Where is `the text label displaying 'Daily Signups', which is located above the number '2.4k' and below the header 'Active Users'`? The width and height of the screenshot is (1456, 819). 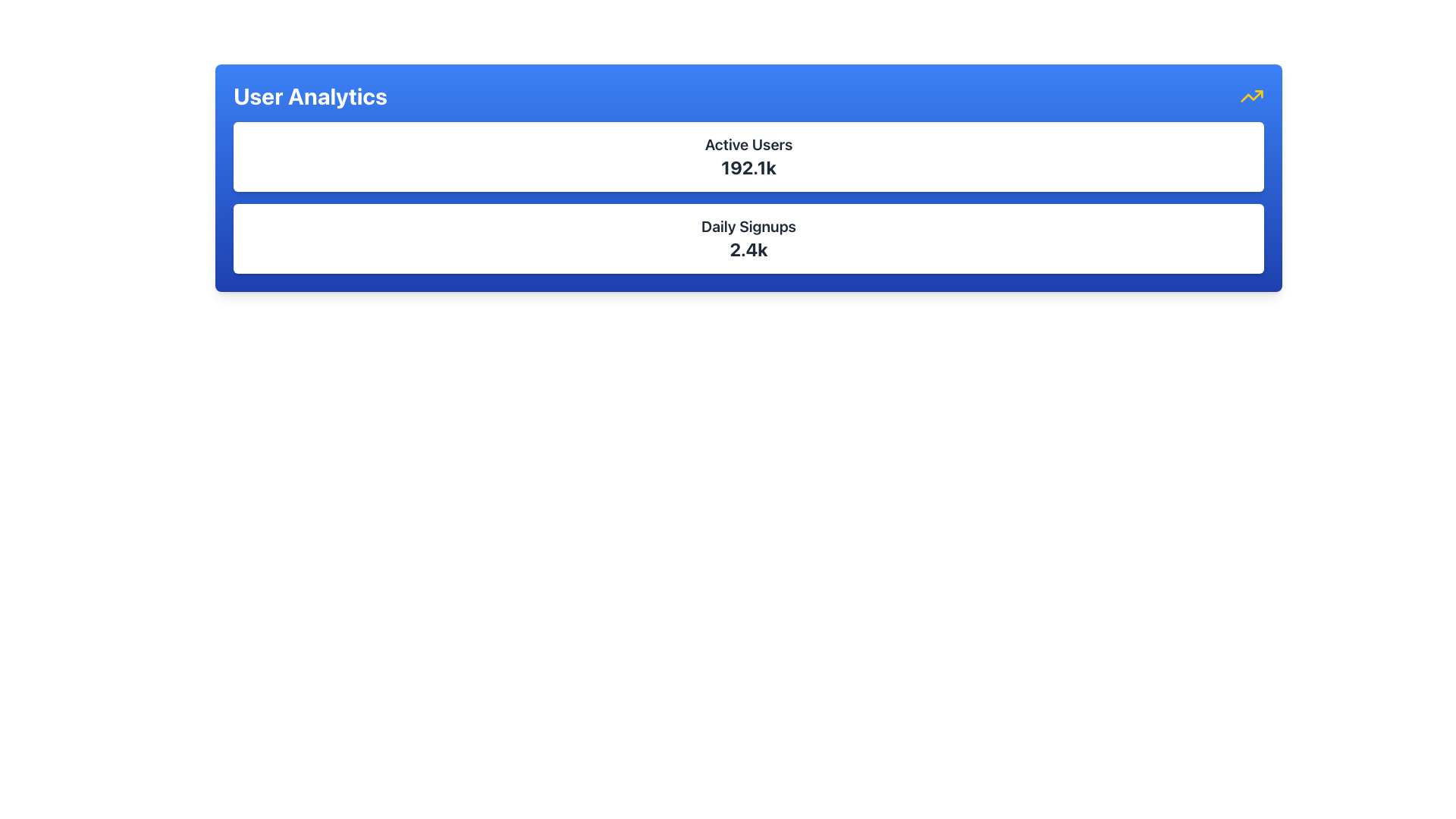 the text label displaying 'Daily Signups', which is located above the number '2.4k' and below the header 'Active Users' is located at coordinates (748, 227).